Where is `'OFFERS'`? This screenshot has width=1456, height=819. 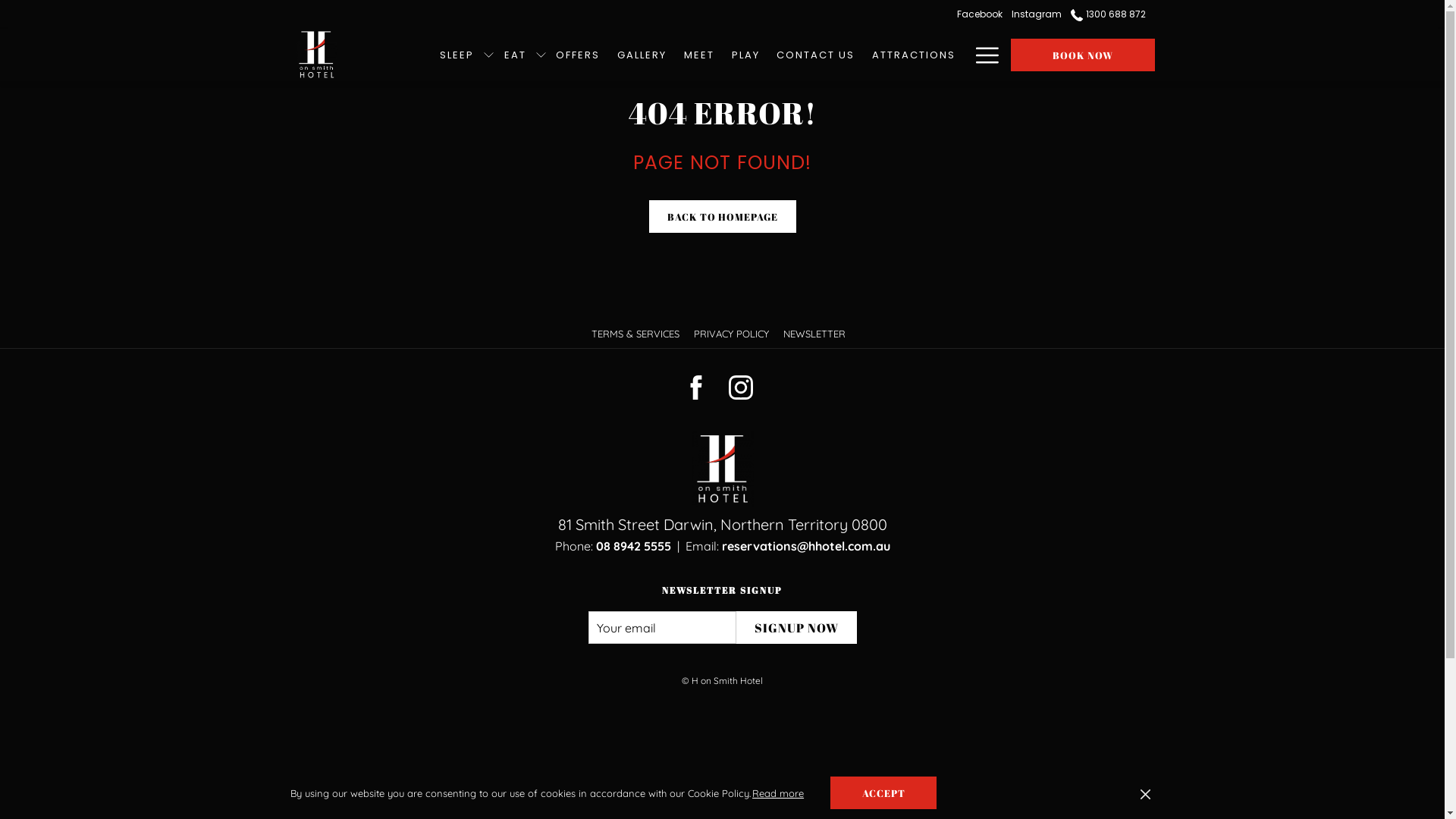
'OFFERS' is located at coordinates (583, 54).